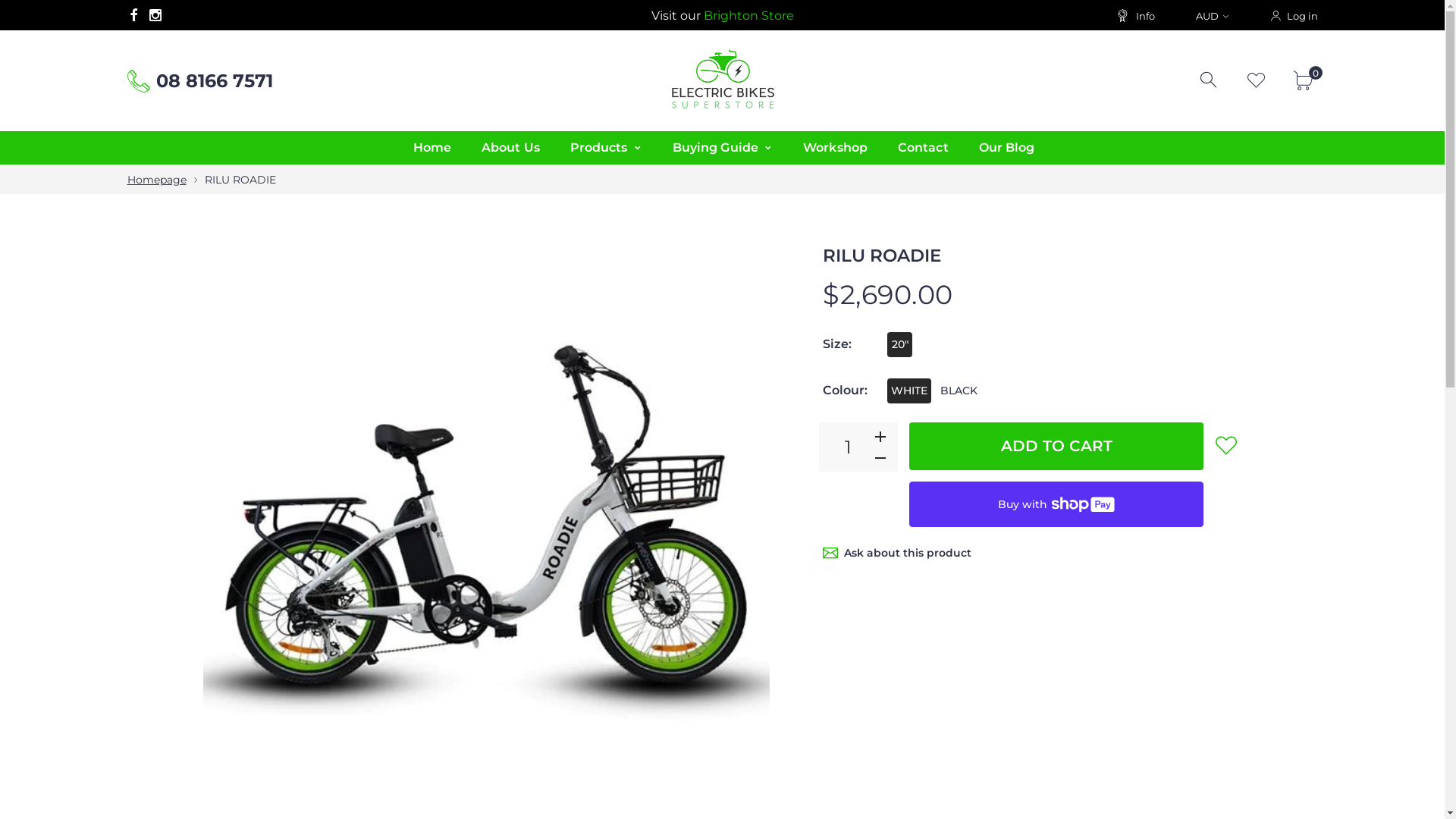 This screenshot has width=1456, height=819. I want to click on 'Contact', so click(922, 148).